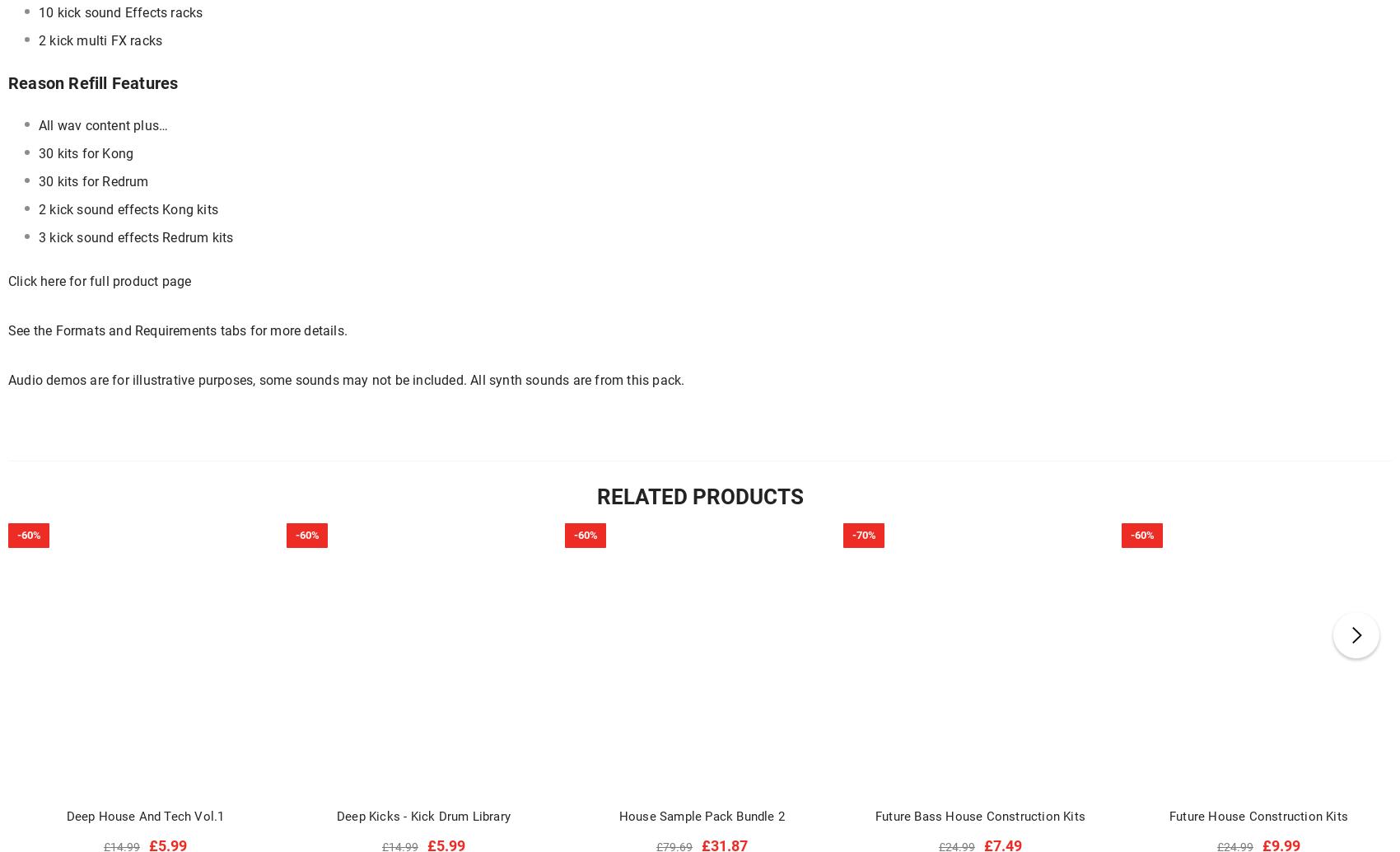 The height and width of the screenshot is (852, 1400). Describe the element at coordinates (345, 379) in the screenshot. I see `'Audio demos are for illustrative purposes, some sounds may not be included. All synth sounds are from this pack.'` at that location.